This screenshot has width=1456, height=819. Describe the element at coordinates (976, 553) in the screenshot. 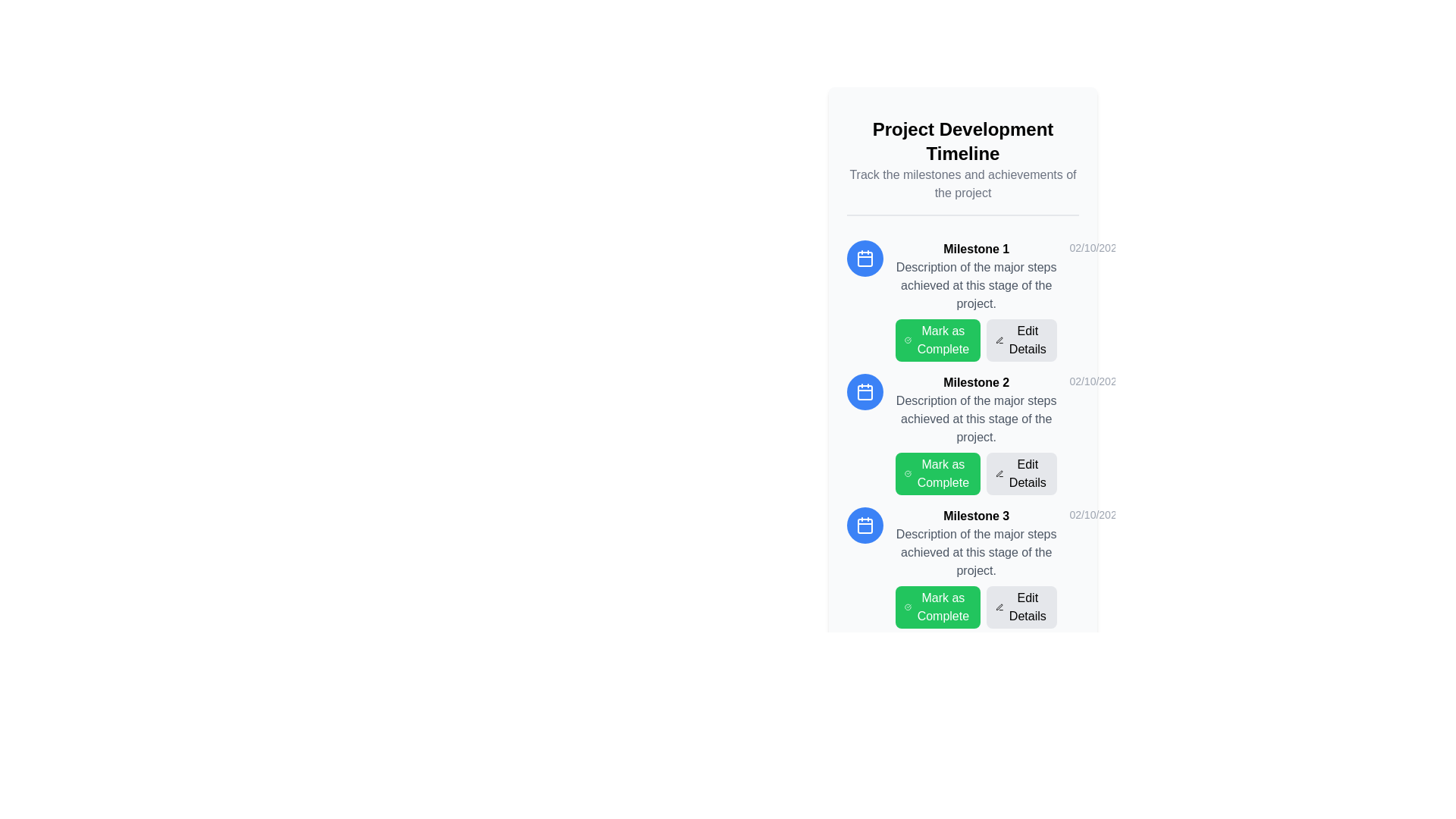

I see `the Text Display element that provides details about the major steps achieved at this stage of the project, which is located below the 'Milestone 3' heading` at that location.